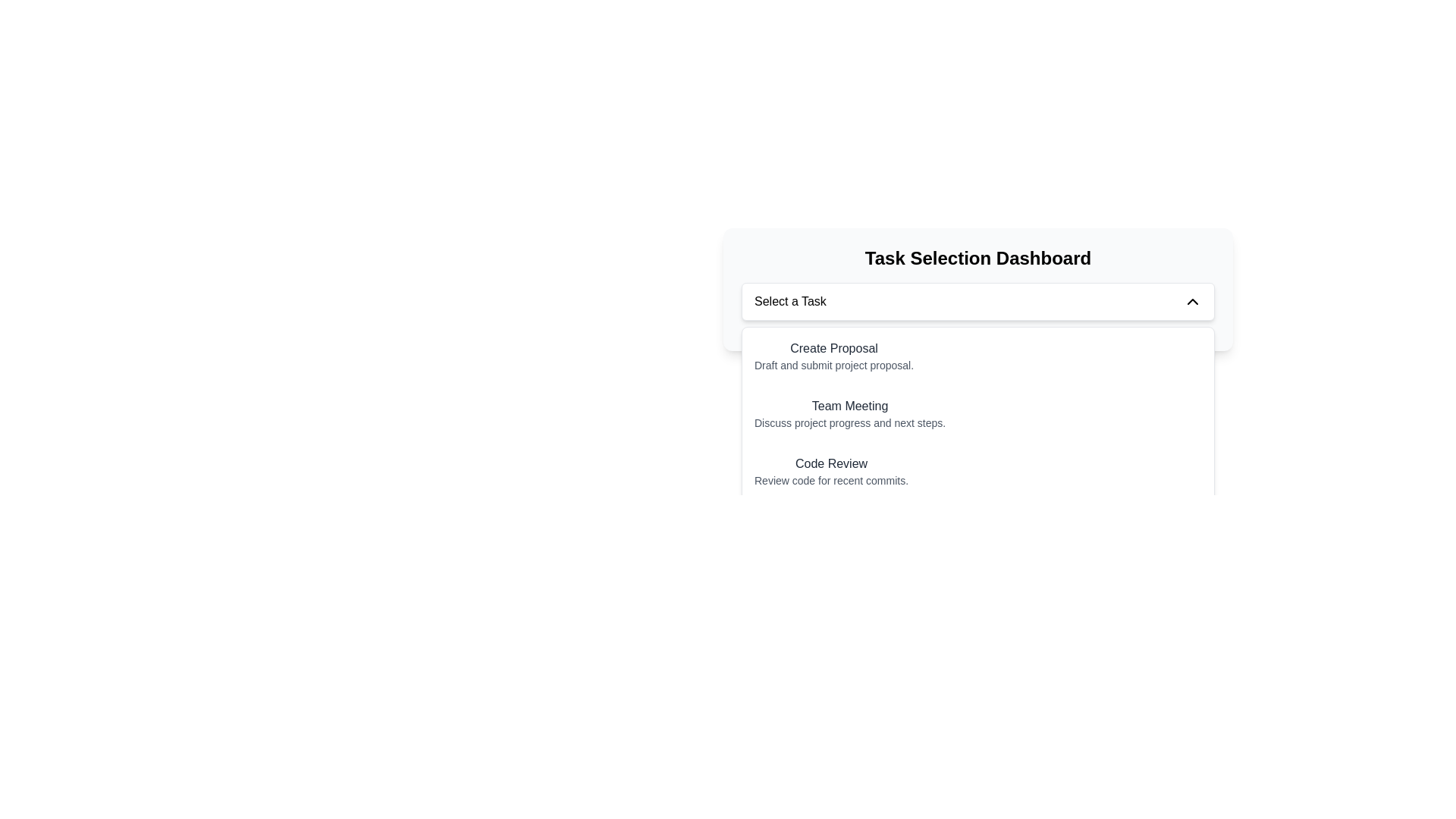 The image size is (1456, 819). Describe the element at coordinates (830, 463) in the screenshot. I see `the Text label in the dropdown menu under 'Task Selection Dashboard', which is the third item aligned with the description 'Review code for recent commits.'` at that location.